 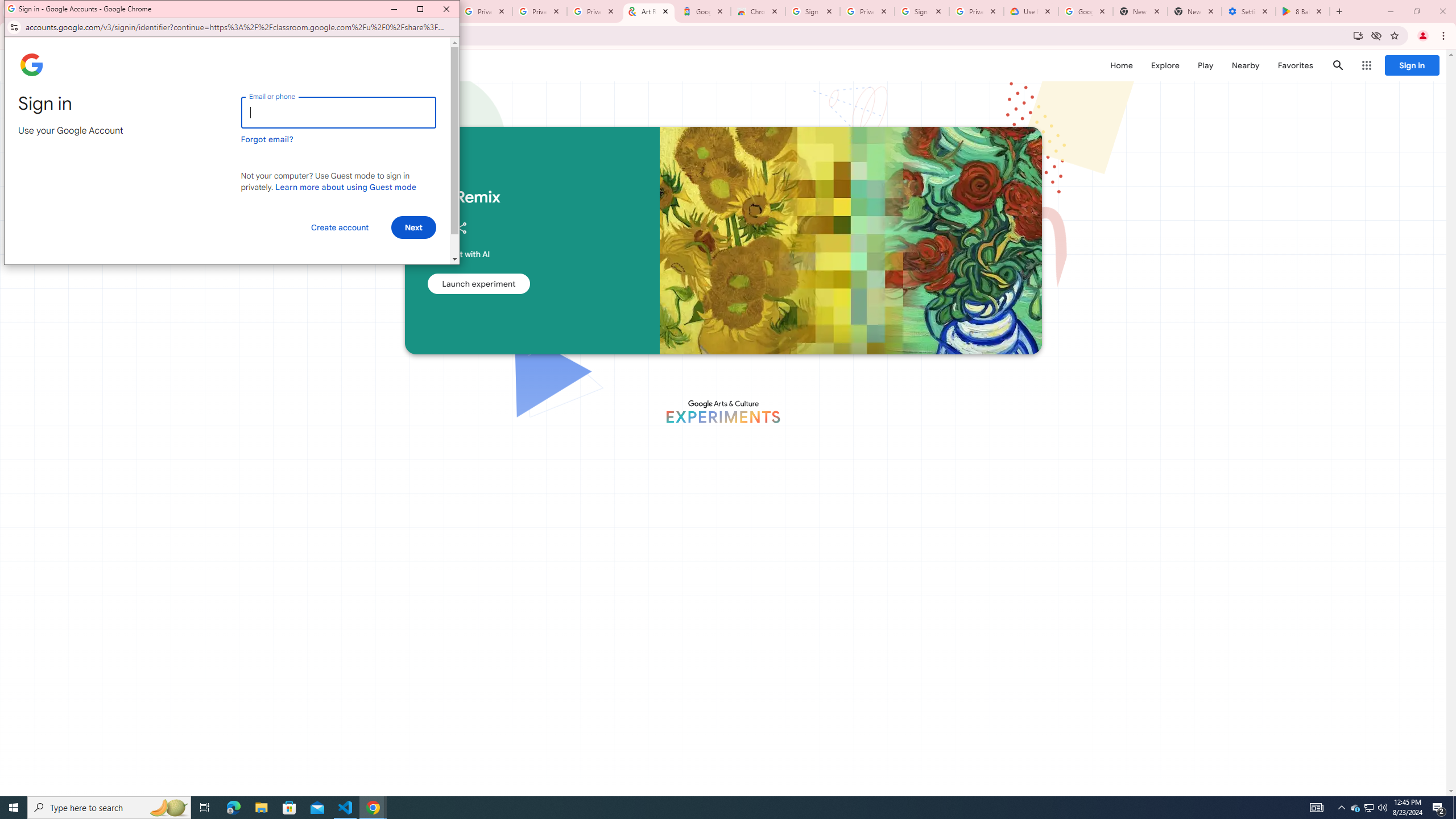 What do you see at coordinates (539, 11) in the screenshot?
I see `'Privacy Checkup'` at bounding box center [539, 11].